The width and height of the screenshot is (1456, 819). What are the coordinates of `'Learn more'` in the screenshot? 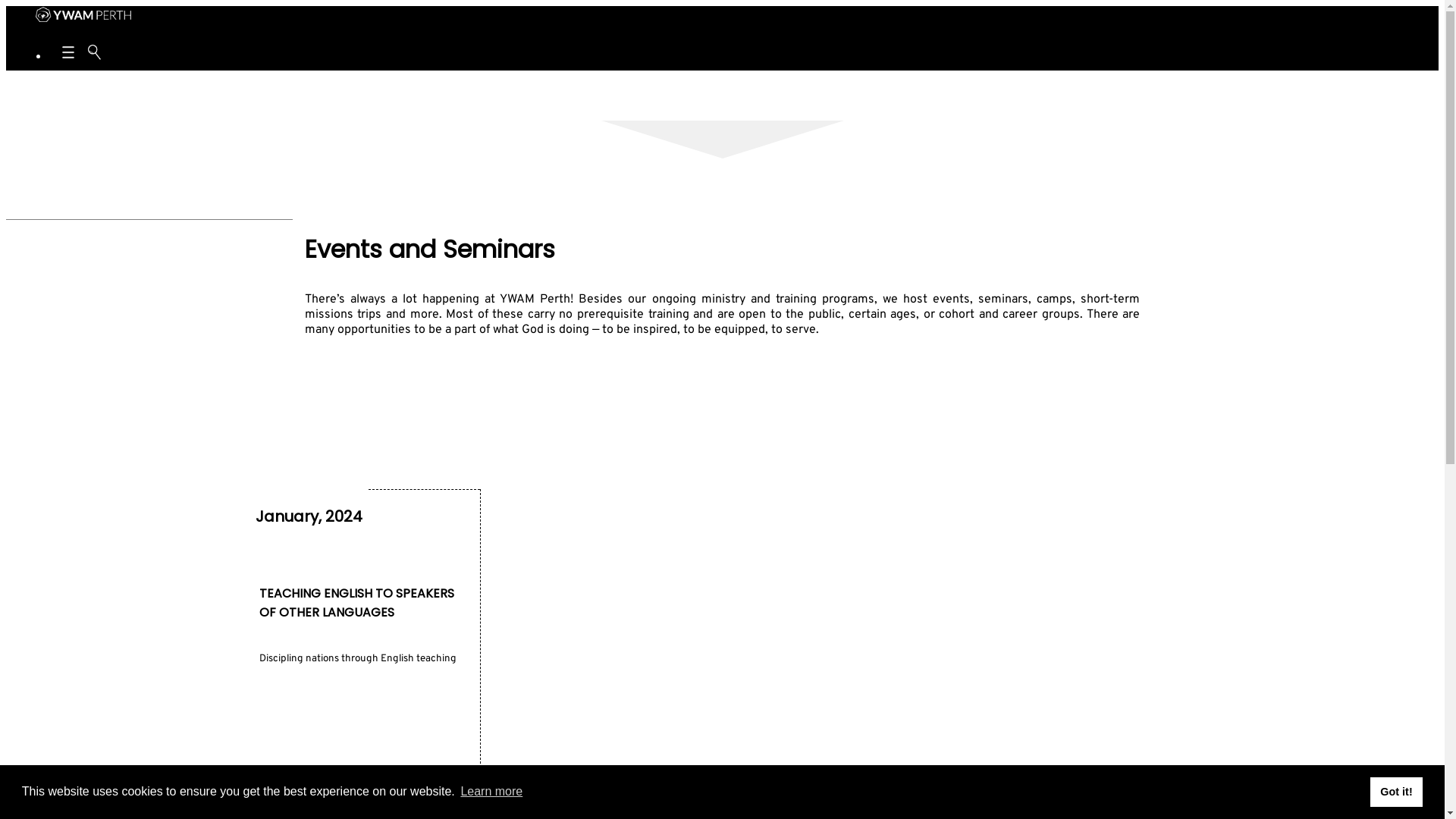 It's located at (491, 791).